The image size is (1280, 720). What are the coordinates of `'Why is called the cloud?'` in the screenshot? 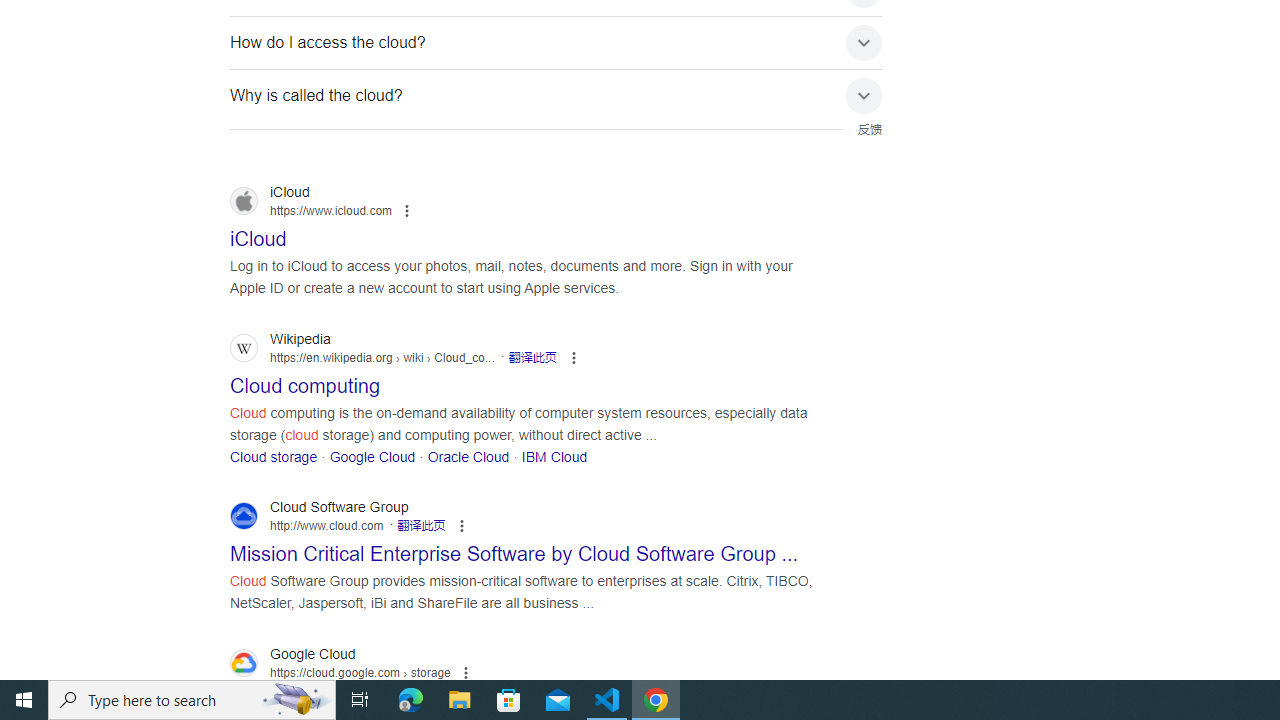 It's located at (556, 95).